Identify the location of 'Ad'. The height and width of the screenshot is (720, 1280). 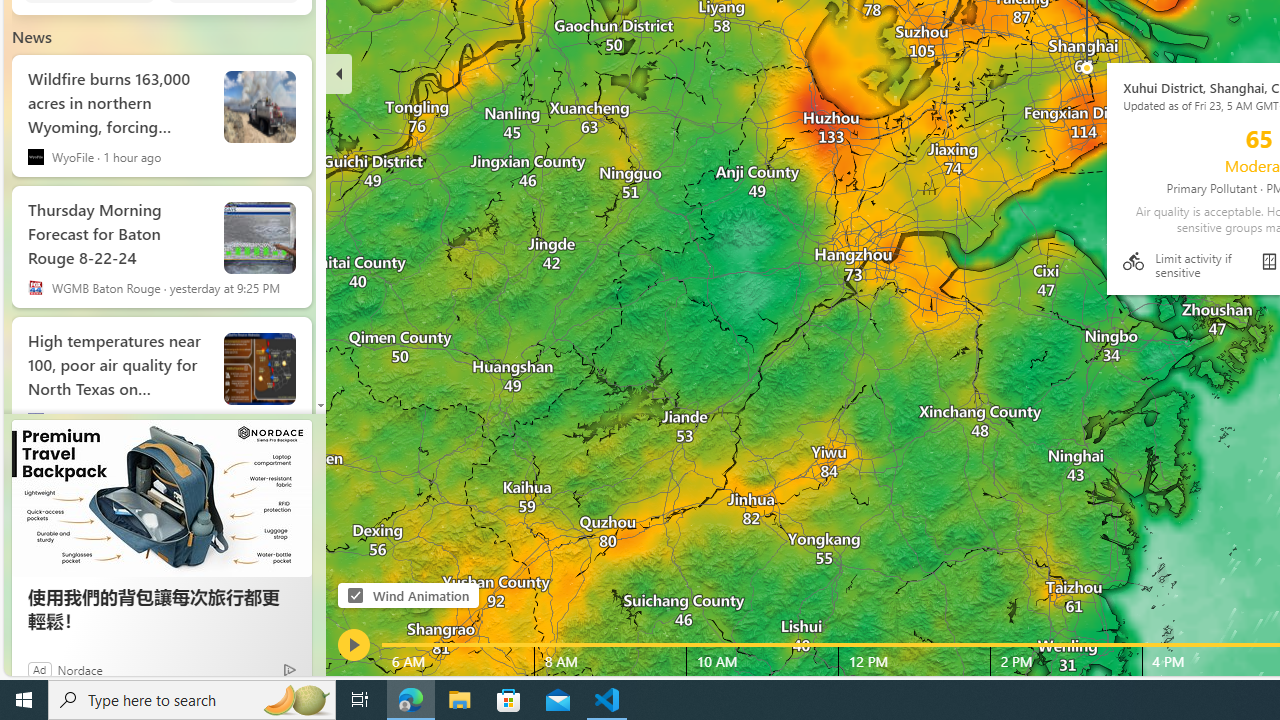
(40, 669).